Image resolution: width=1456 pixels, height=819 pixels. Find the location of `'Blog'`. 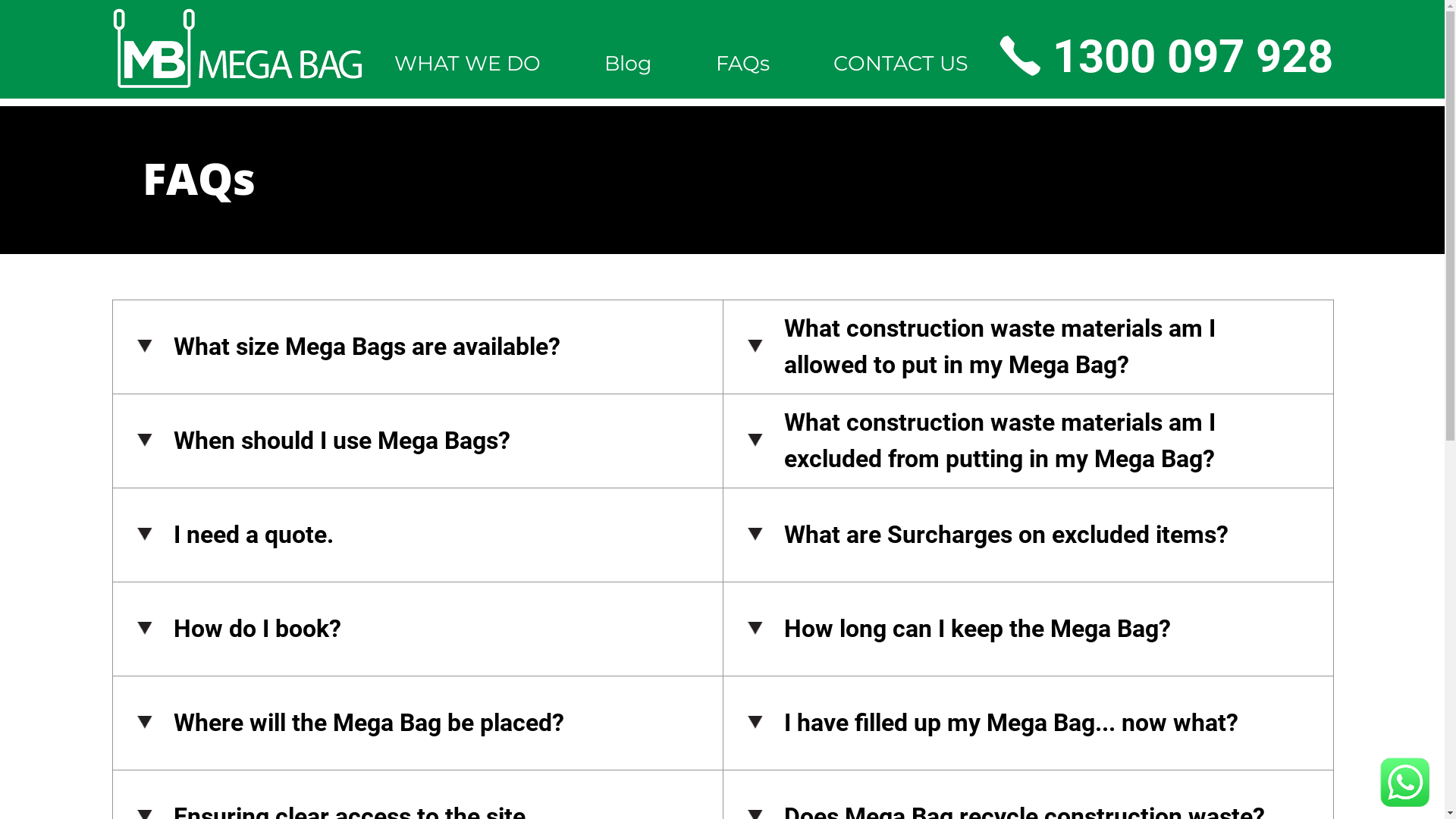

'Blog' is located at coordinates (627, 61).